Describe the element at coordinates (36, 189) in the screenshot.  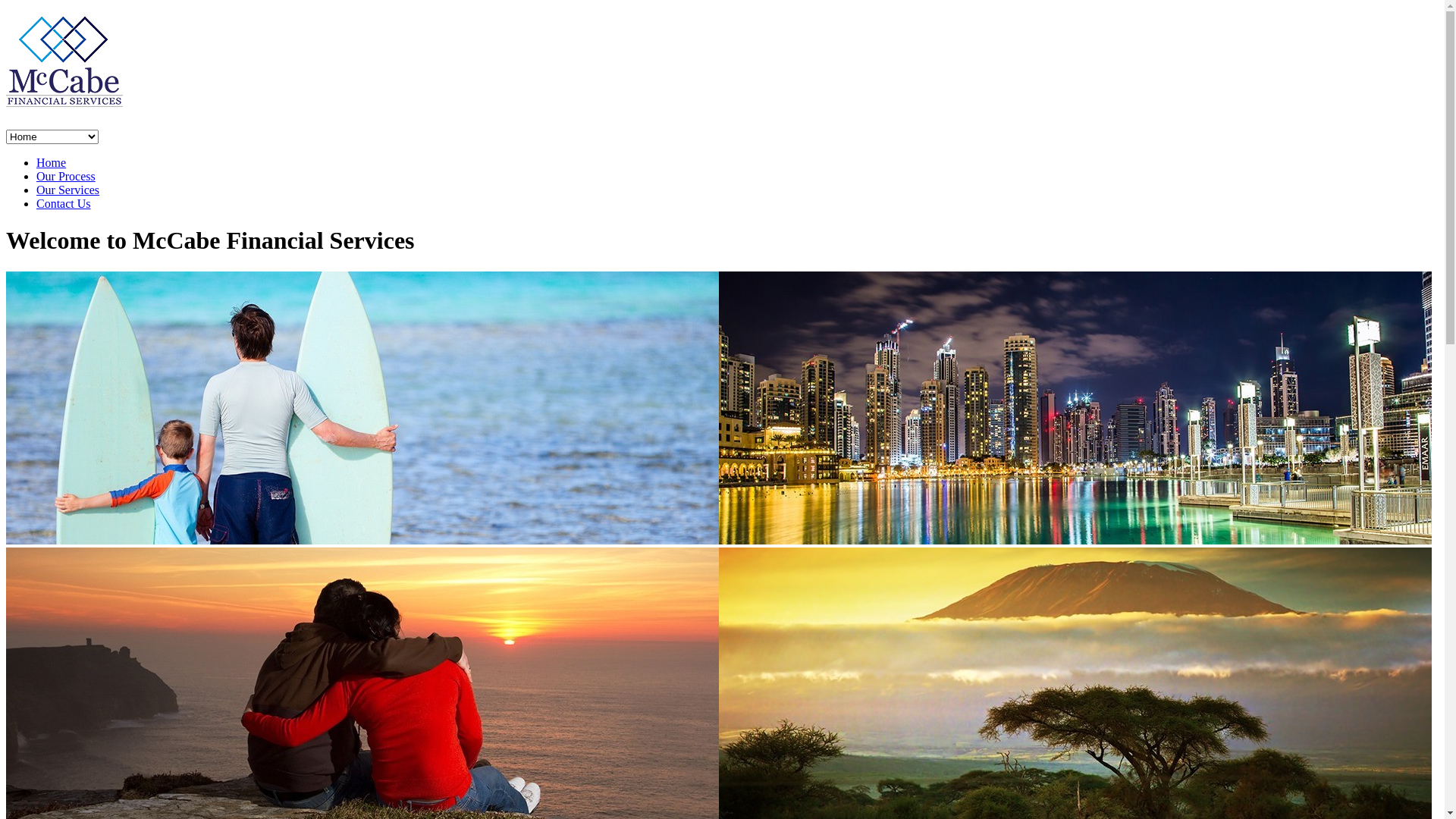
I see `'Our Services'` at that location.